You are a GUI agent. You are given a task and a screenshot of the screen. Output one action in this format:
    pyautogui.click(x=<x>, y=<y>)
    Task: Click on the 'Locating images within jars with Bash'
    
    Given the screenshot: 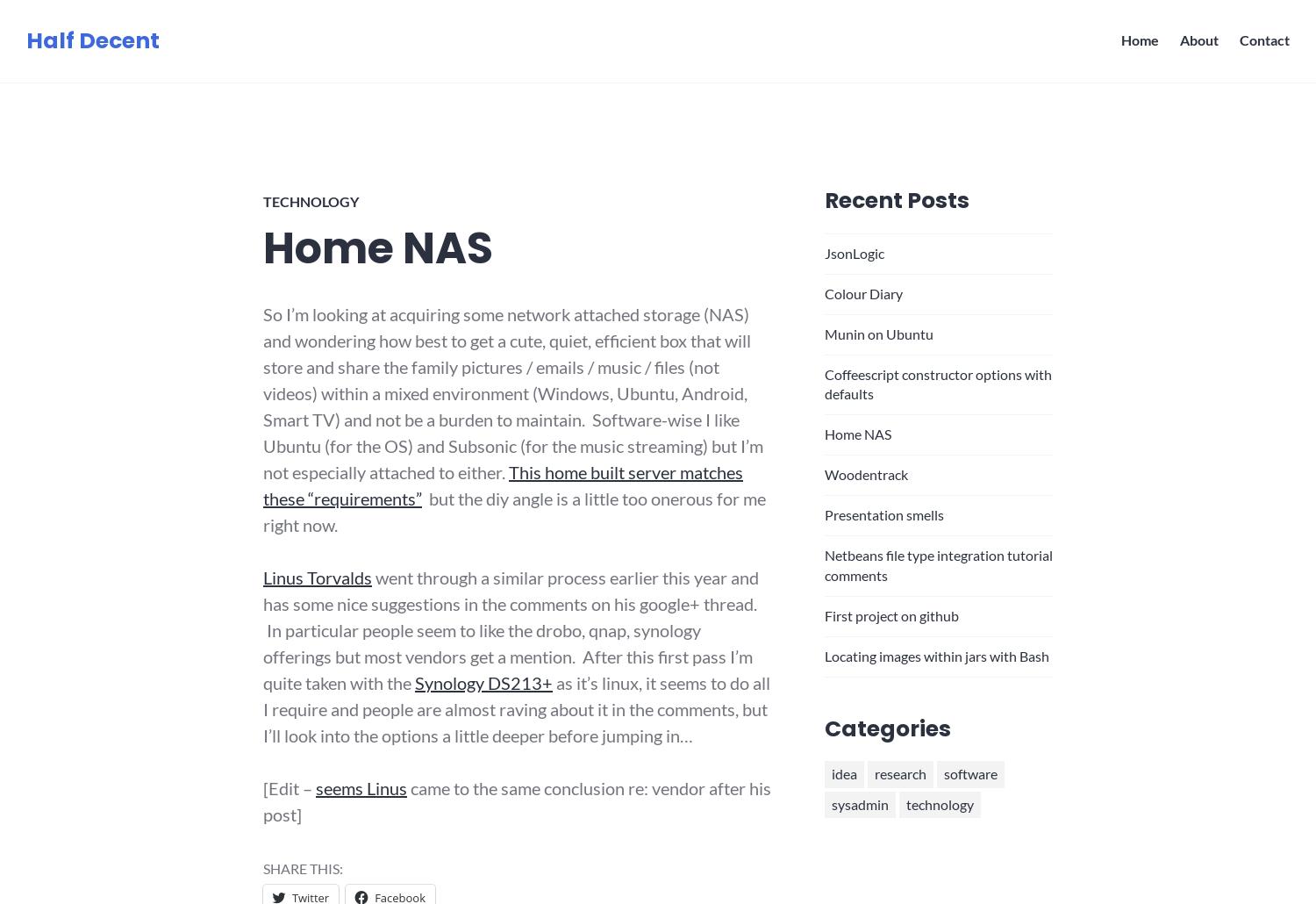 What is the action you would take?
    pyautogui.click(x=823, y=655)
    